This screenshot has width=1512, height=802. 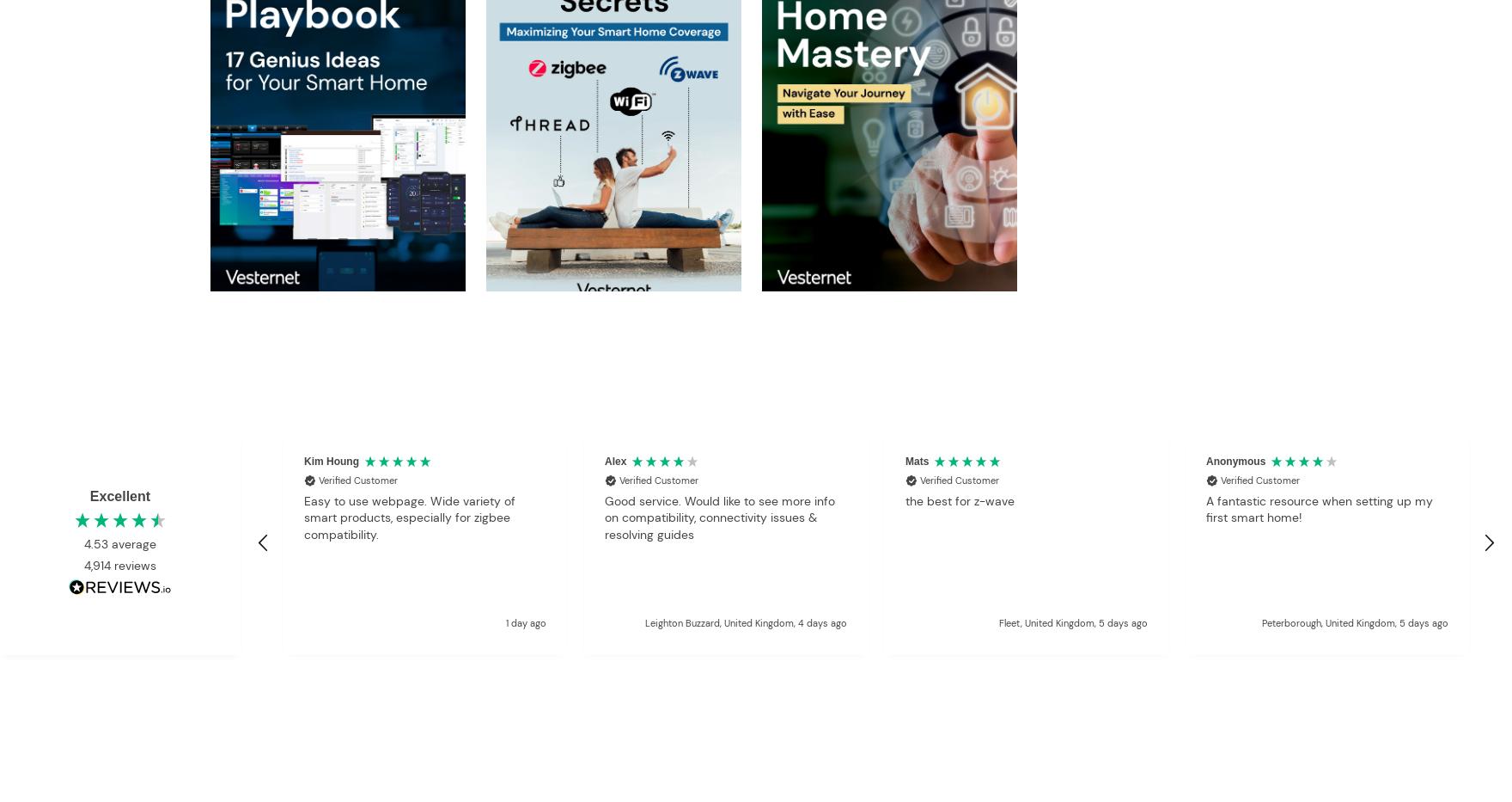 What do you see at coordinates (329, 461) in the screenshot?
I see `'Kim Houng'` at bounding box center [329, 461].